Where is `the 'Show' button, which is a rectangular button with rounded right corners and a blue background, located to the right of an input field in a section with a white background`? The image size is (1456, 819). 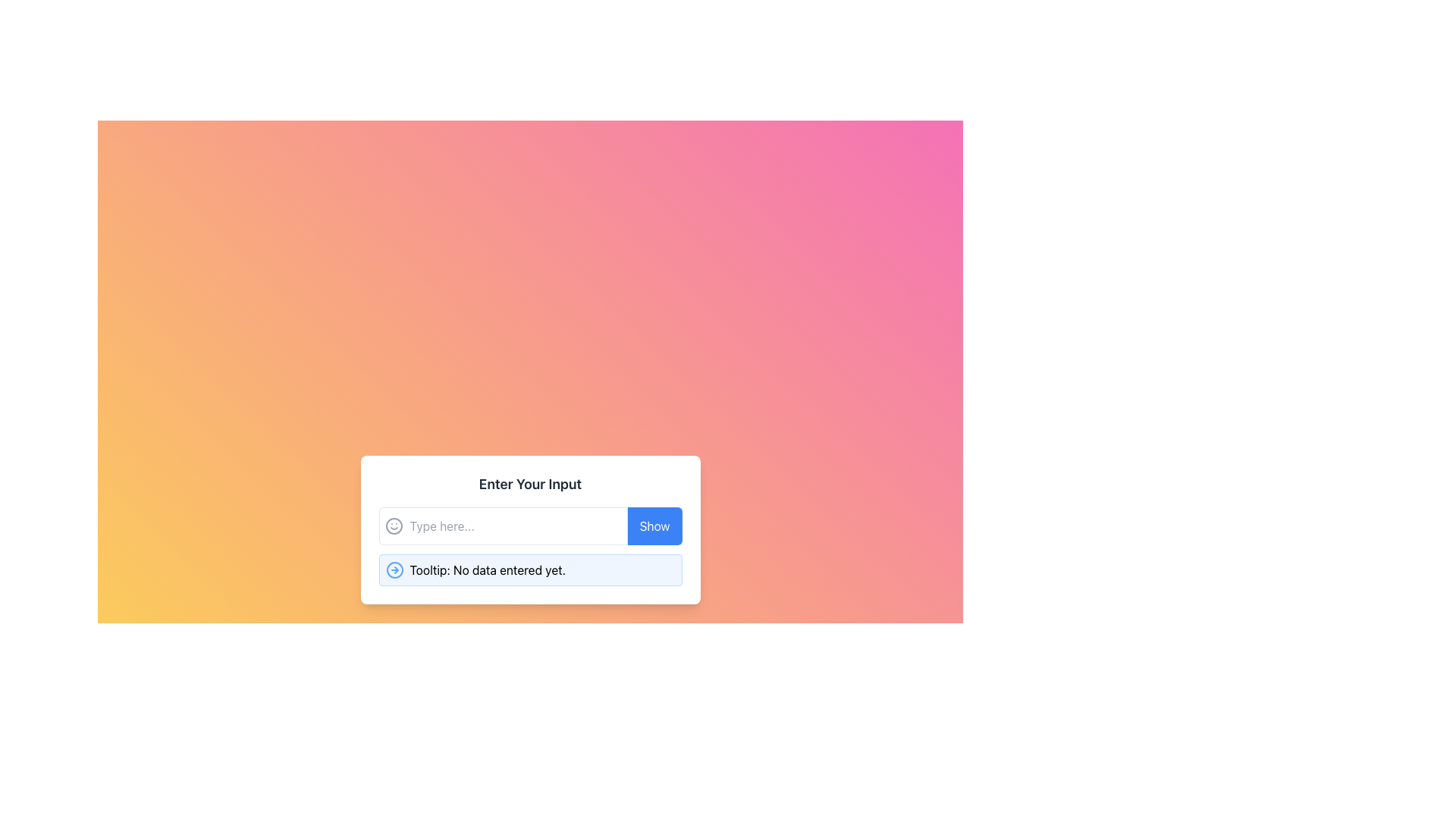 the 'Show' button, which is a rectangular button with rounded right corners and a blue background, located to the right of an input field in a section with a white background is located at coordinates (654, 526).